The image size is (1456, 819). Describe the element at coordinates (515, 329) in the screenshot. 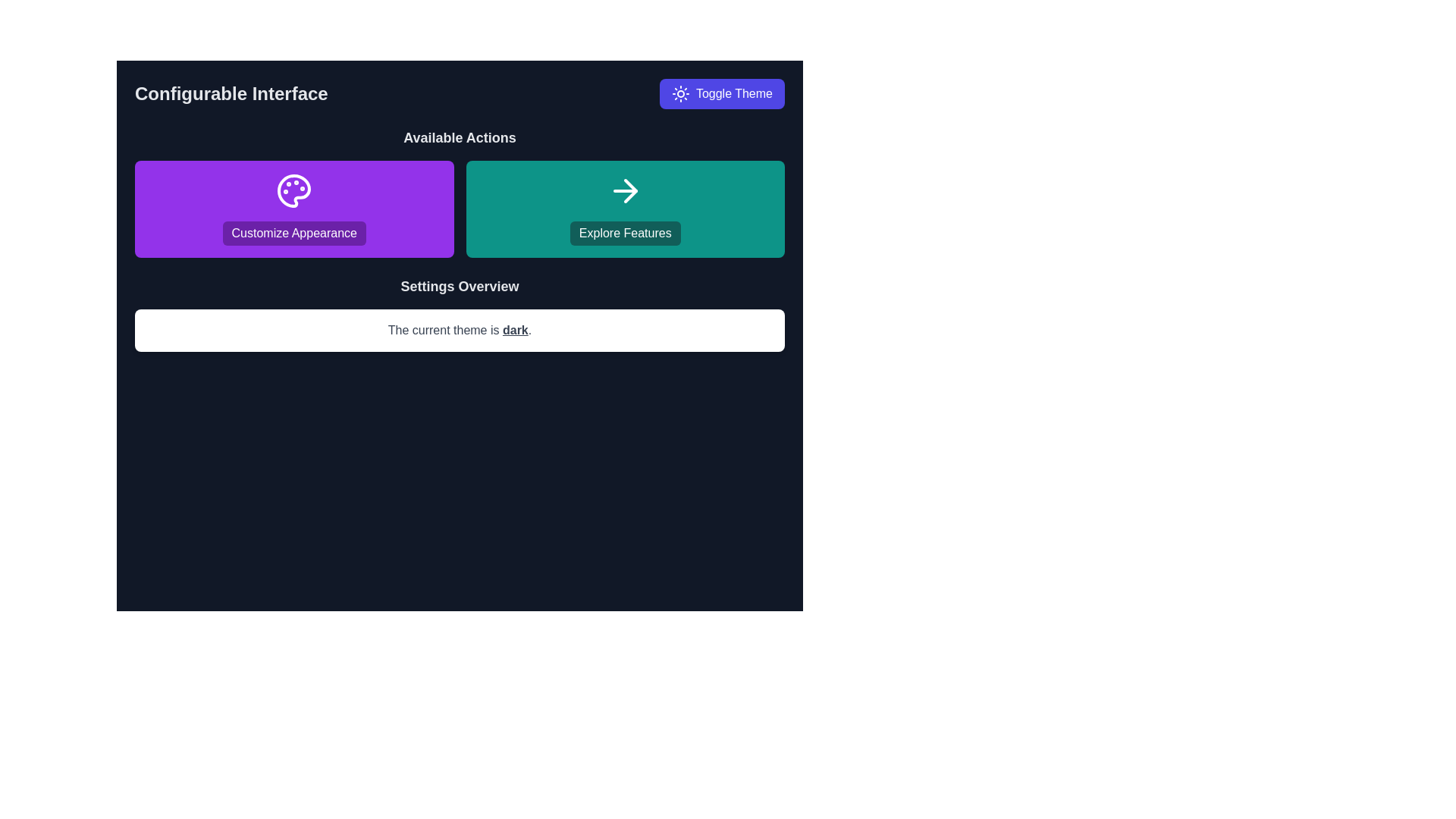

I see `the text label indicating the currently active theme, which is 'dark', located in a central white text box on a dark background` at that location.